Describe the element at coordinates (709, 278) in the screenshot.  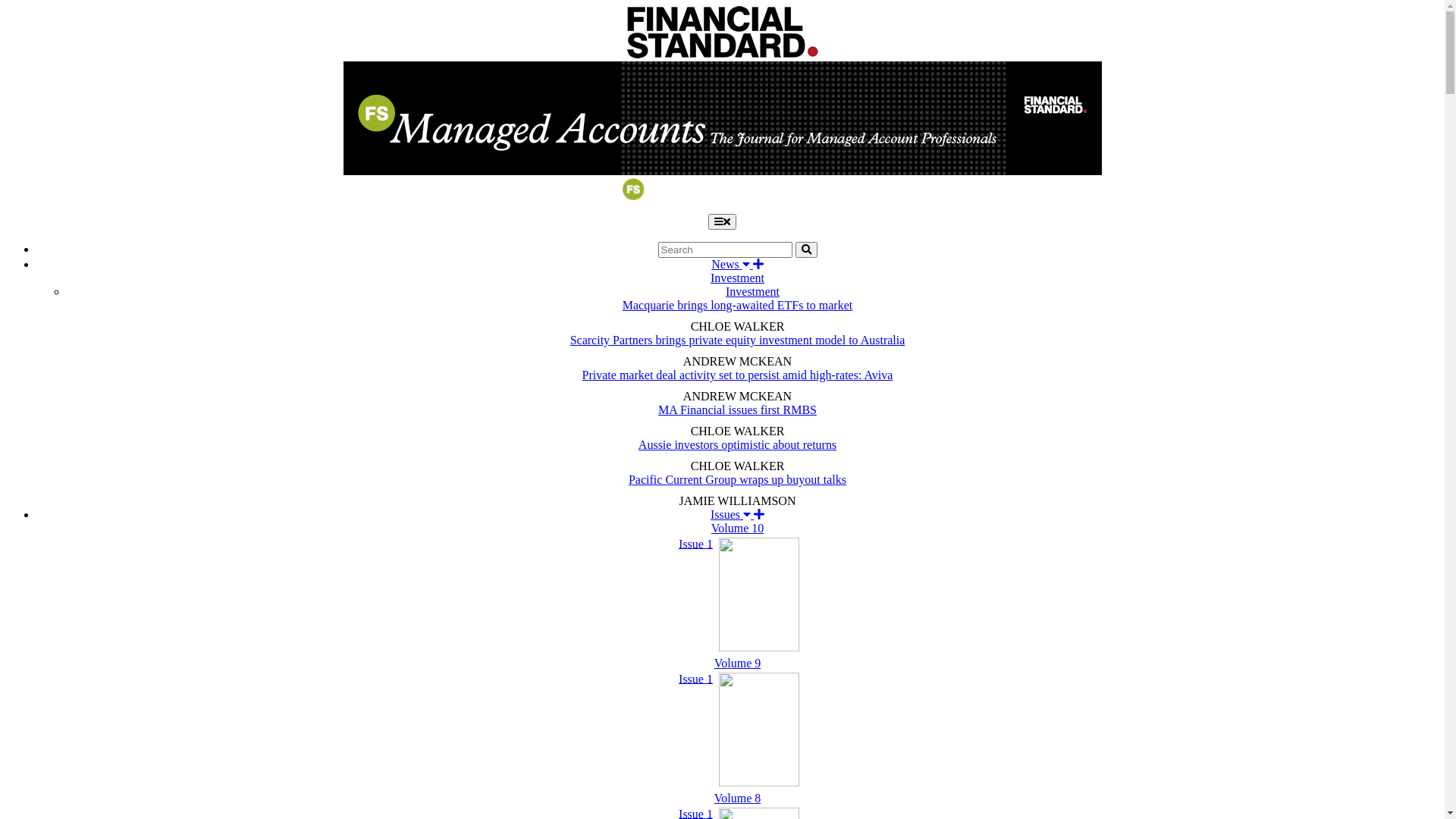
I see `'Investment'` at that location.